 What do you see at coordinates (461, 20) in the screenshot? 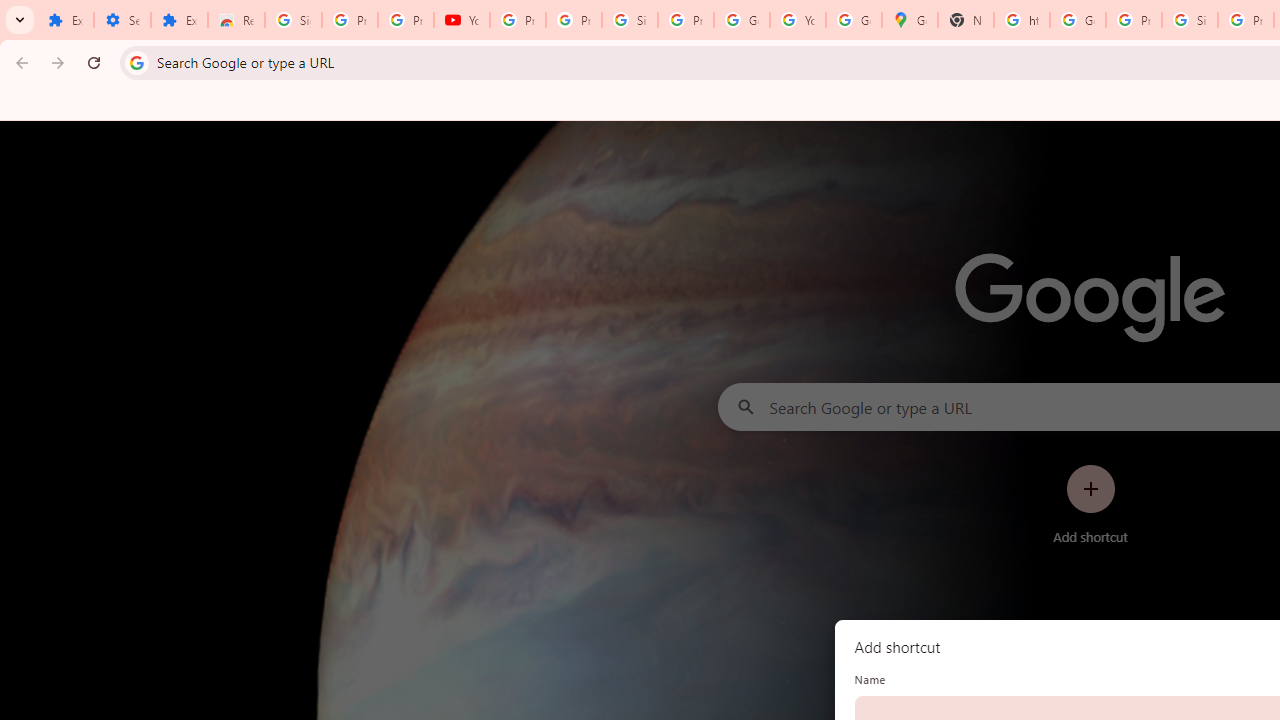
I see `'YouTube'` at bounding box center [461, 20].